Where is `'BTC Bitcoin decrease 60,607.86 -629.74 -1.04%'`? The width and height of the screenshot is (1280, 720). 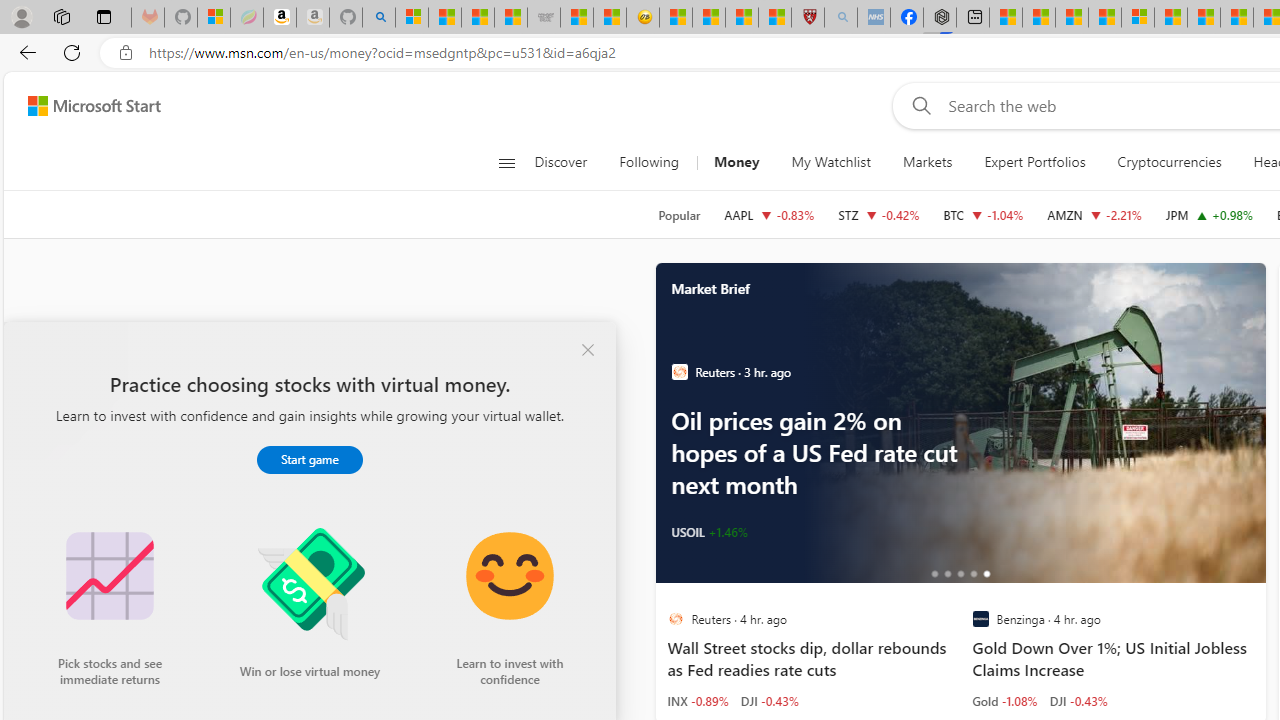 'BTC Bitcoin decrease 60,607.86 -629.74 -1.04%' is located at coordinates (983, 214).